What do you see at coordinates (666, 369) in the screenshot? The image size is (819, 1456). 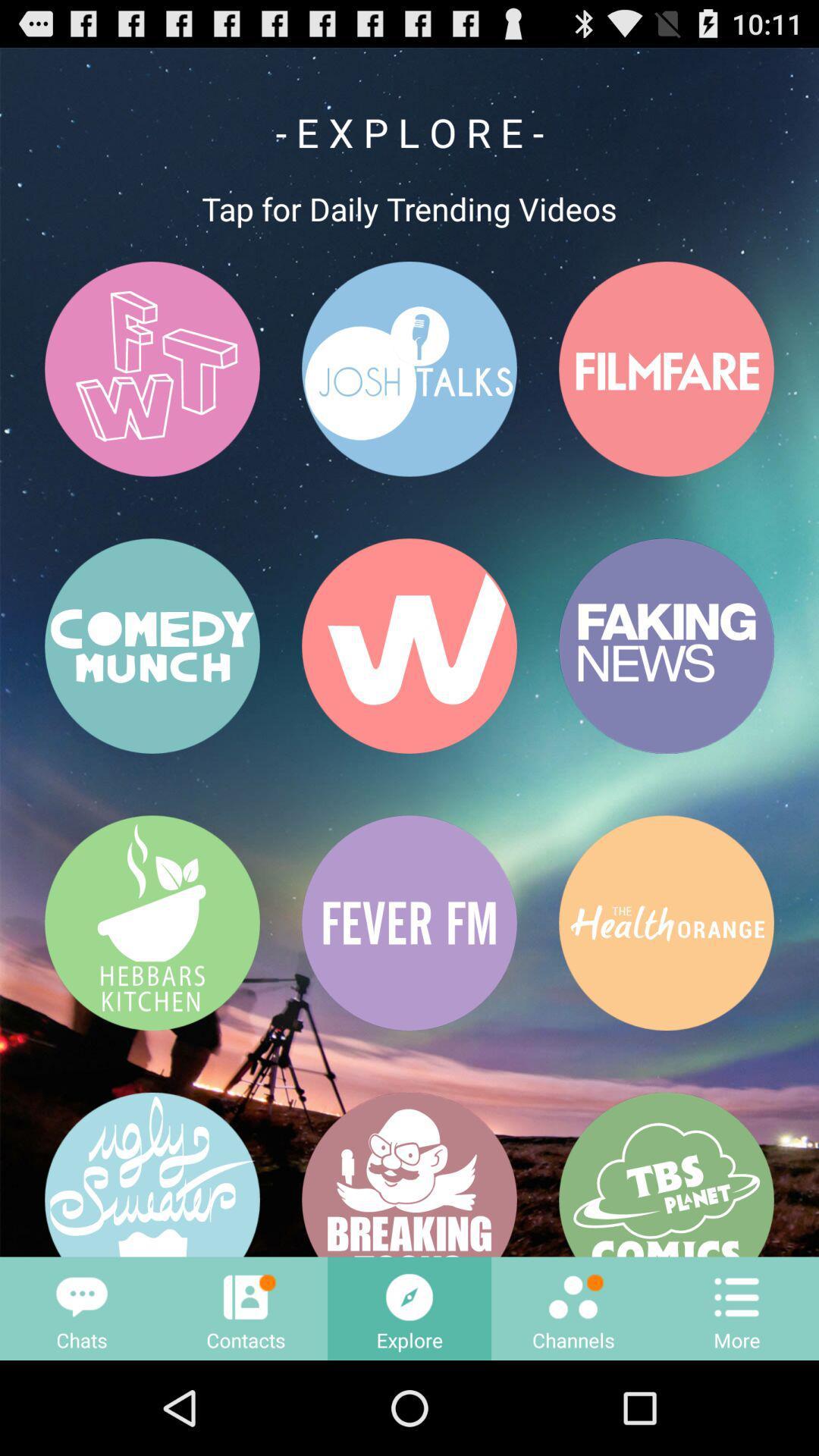 I see `the image having filmfare option` at bounding box center [666, 369].